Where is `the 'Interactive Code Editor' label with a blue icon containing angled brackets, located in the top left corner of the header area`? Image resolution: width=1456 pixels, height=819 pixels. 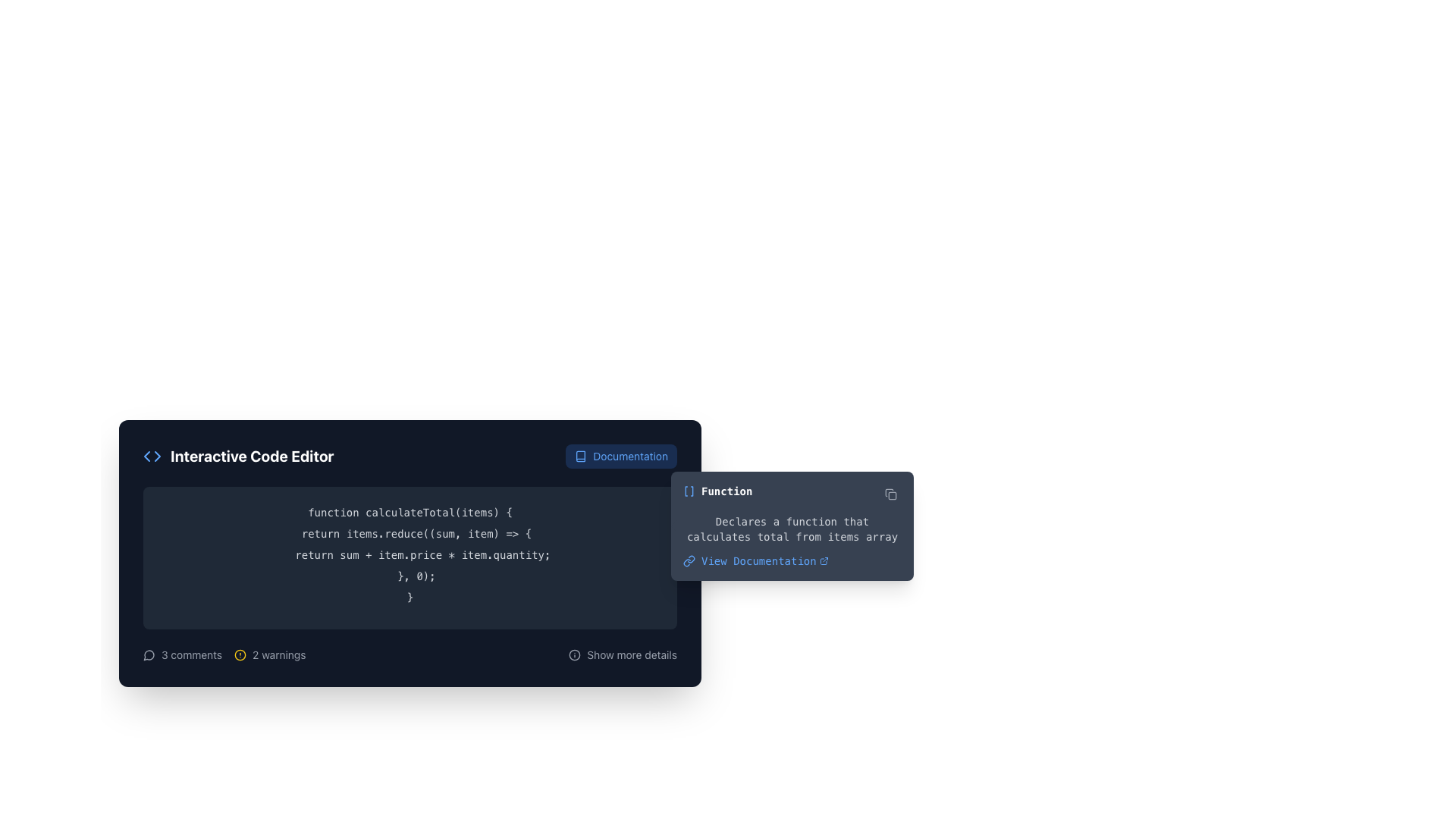
the 'Interactive Code Editor' label with a blue icon containing angled brackets, located in the top left corner of the header area is located at coordinates (237, 455).